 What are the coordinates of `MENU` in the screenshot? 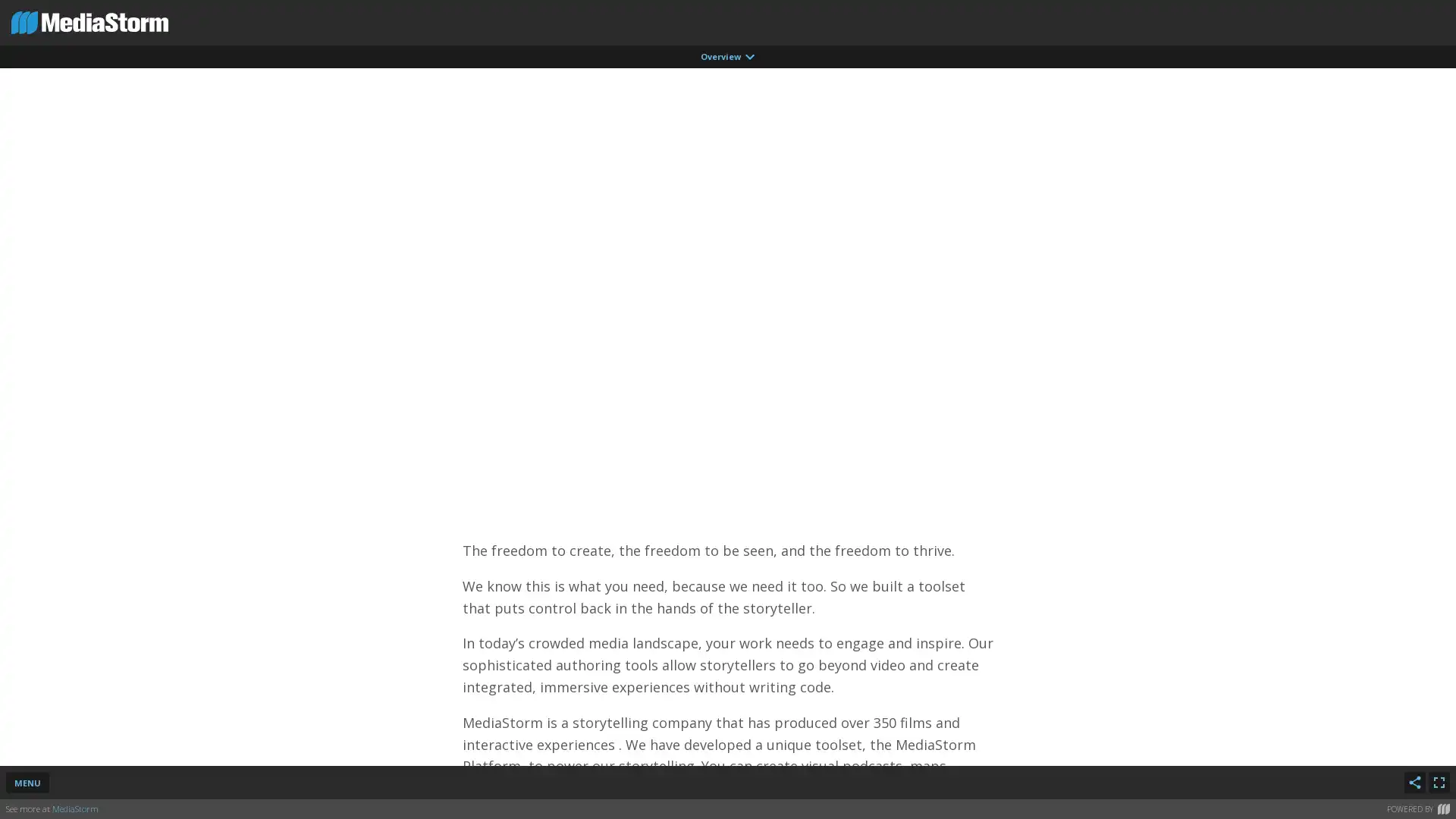 It's located at (27, 783).